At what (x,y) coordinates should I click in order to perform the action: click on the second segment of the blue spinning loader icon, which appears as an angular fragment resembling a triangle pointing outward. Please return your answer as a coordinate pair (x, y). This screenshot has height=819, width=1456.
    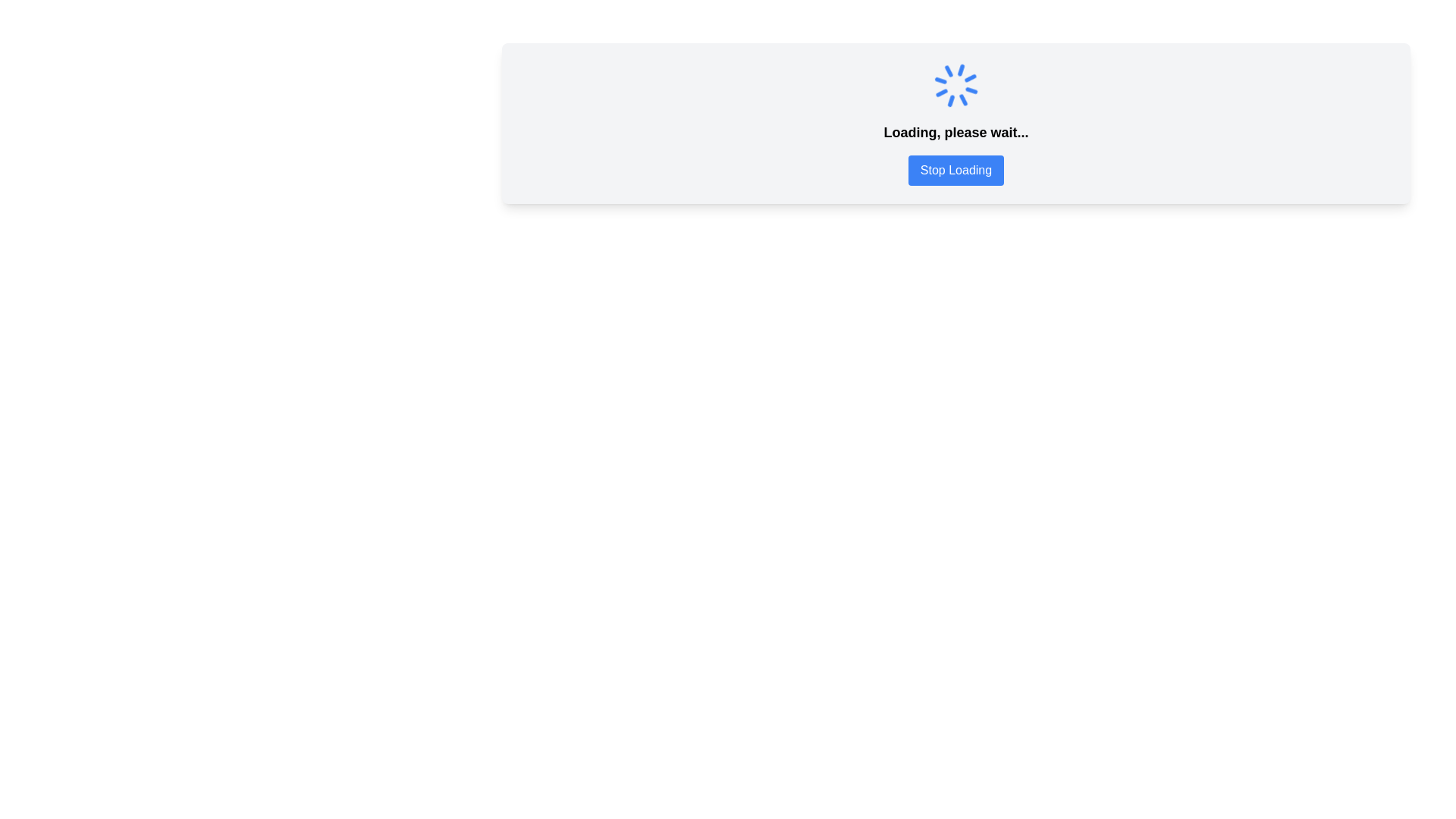
    Looking at the image, I should click on (949, 100).